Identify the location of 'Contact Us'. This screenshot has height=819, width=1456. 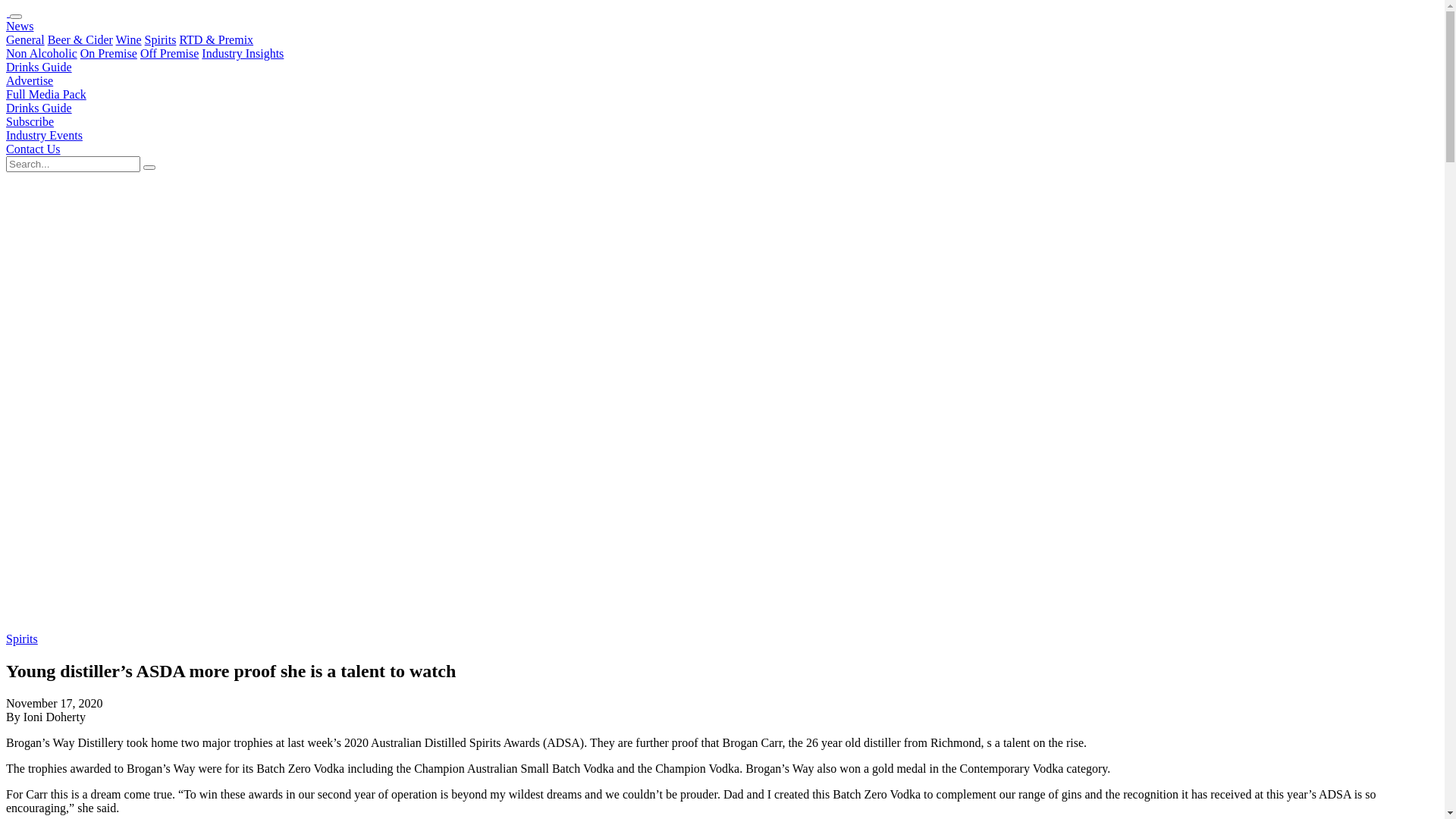
(6, 149).